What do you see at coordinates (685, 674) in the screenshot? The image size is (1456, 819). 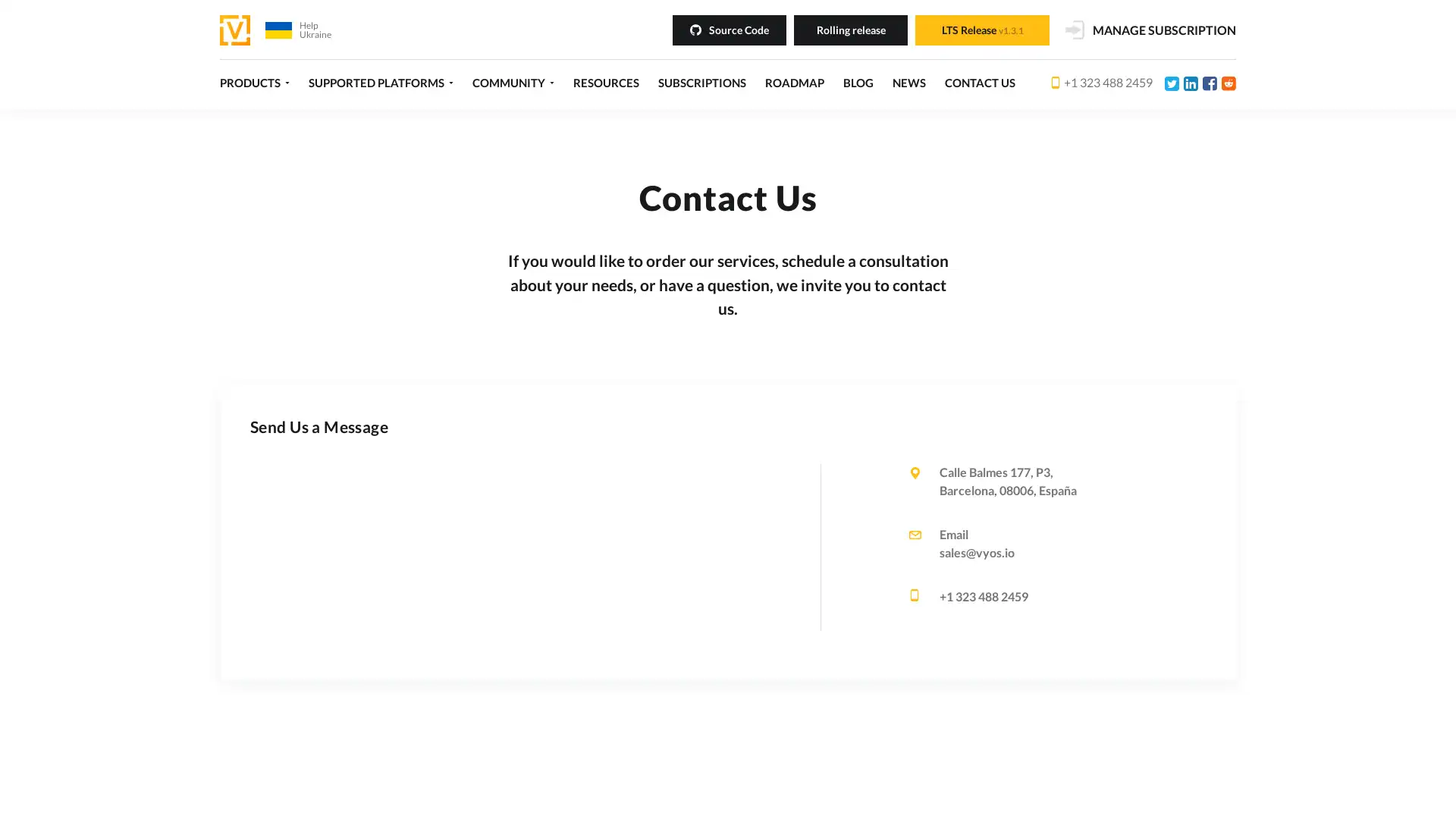 I see `Send` at bounding box center [685, 674].